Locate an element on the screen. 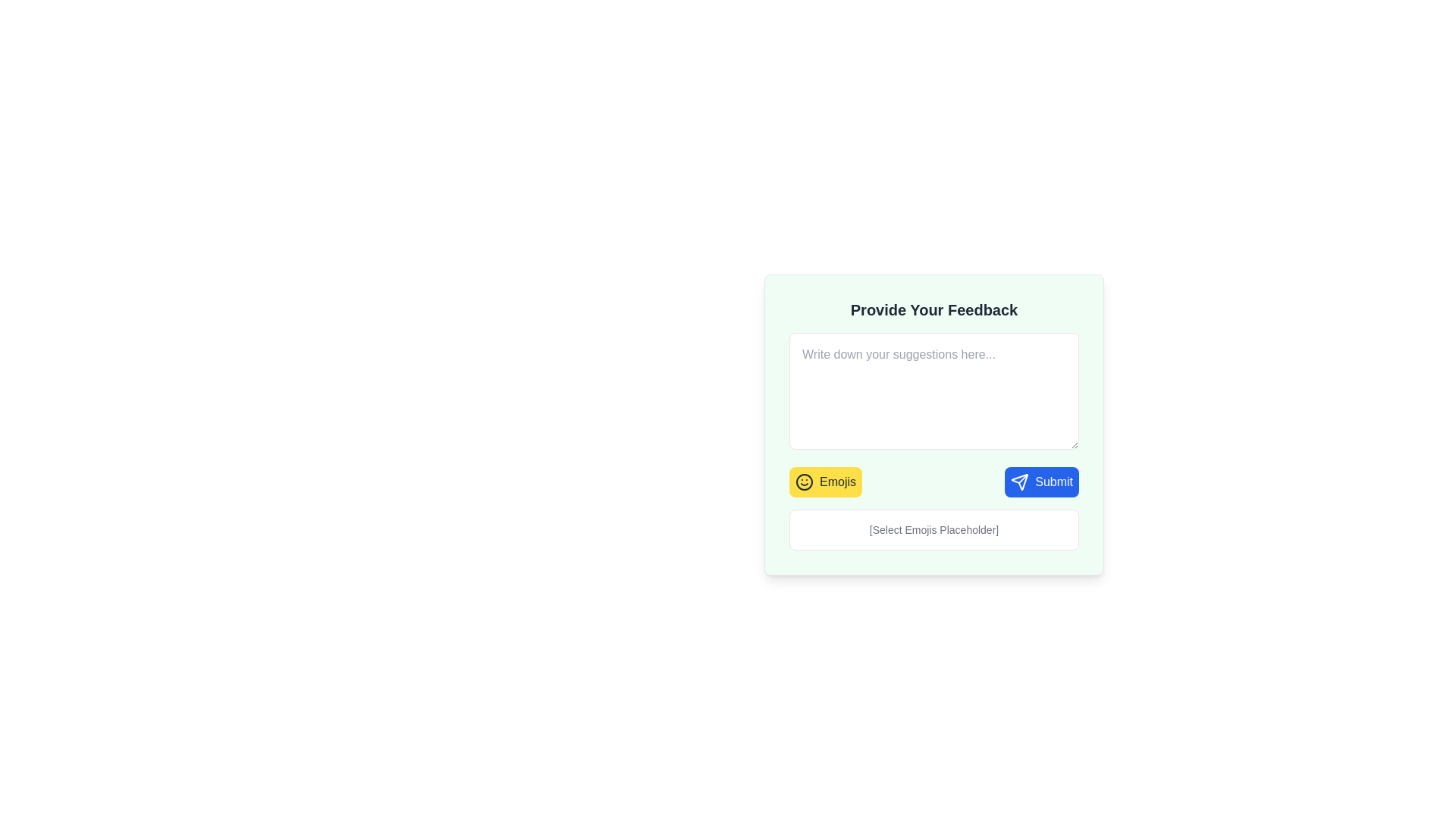  the icon that symbolizes the action of submitting the feedback form, located inside the blue 'Submit' button at the bottom right corner of the widget is located at coordinates (1020, 482).